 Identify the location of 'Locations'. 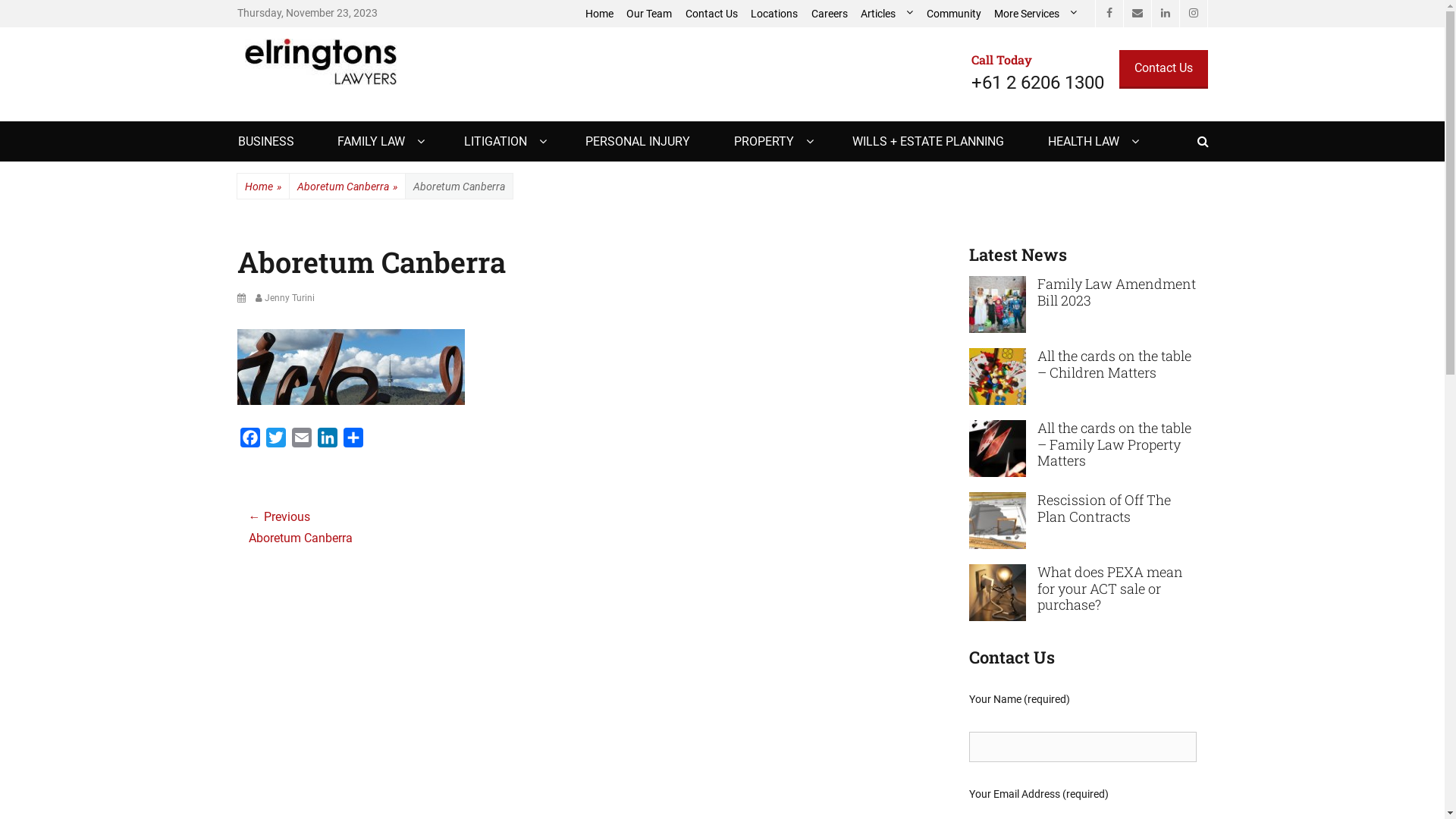
(775, 14).